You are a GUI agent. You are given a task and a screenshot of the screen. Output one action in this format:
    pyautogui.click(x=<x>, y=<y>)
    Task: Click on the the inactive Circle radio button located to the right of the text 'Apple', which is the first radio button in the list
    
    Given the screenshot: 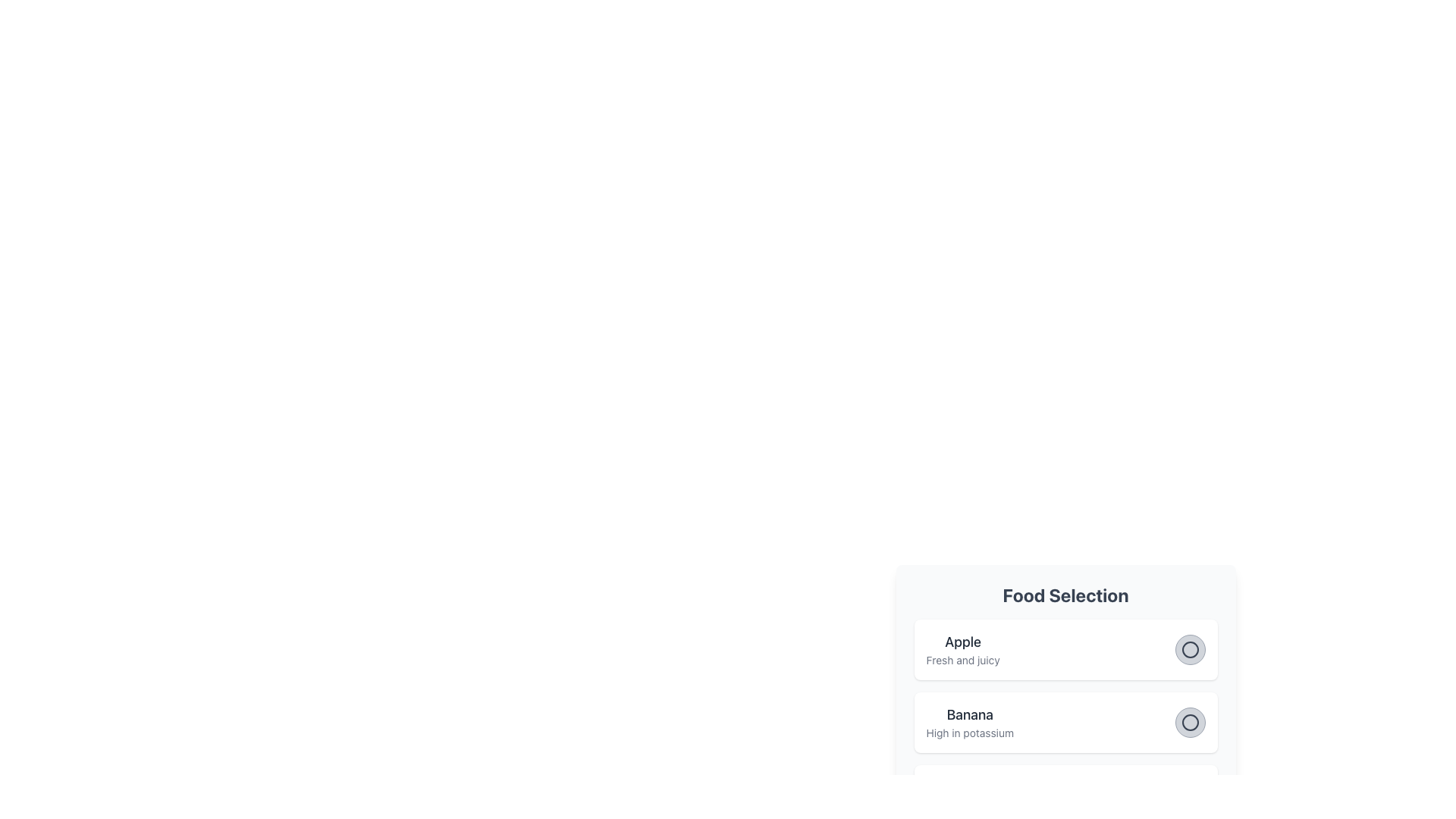 What is the action you would take?
    pyautogui.click(x=1189, y=648)
    